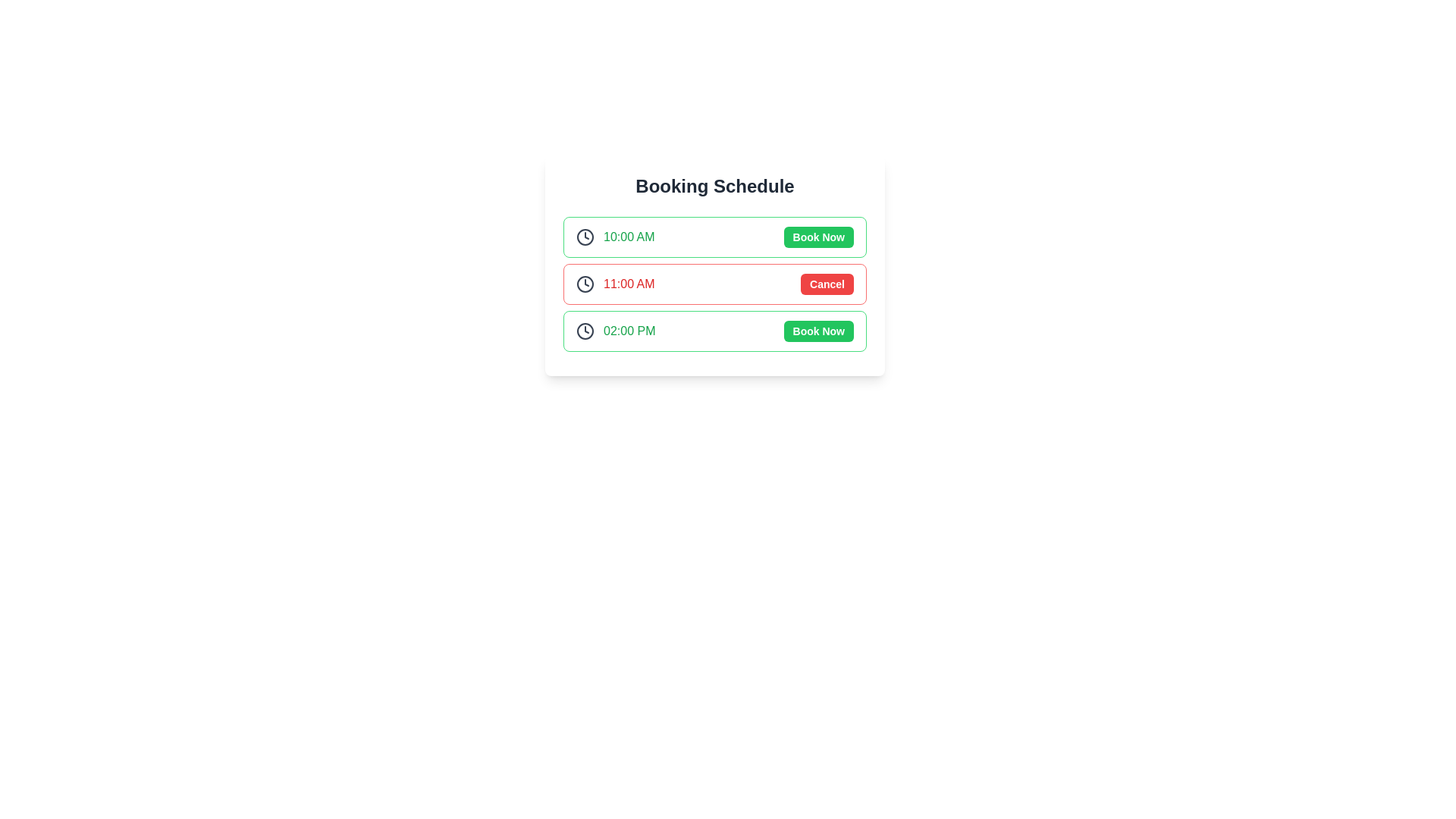 Image resolution: width=1456 pixels, height=819 pixels. What do you see at coordinates (629, 284) in the screenshot?
I see `the text label displaying '11:00 AM' in bold red font, located in the middle row of the schedule list, positioned between '10:00 AM' and '02:00 PM'` at bounding box center [629, 284].